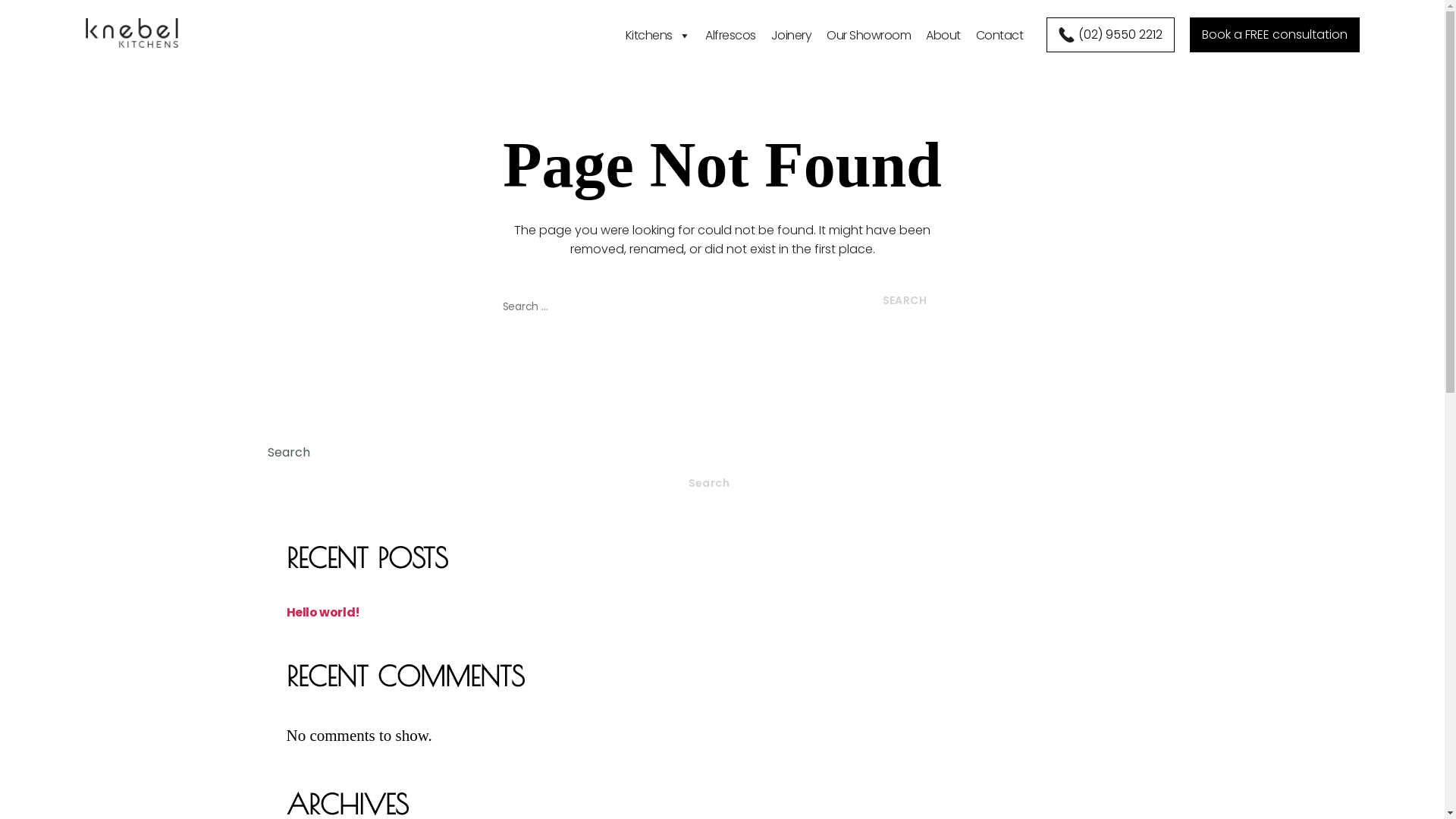  I want to click on 'Search', so click(904, 301).